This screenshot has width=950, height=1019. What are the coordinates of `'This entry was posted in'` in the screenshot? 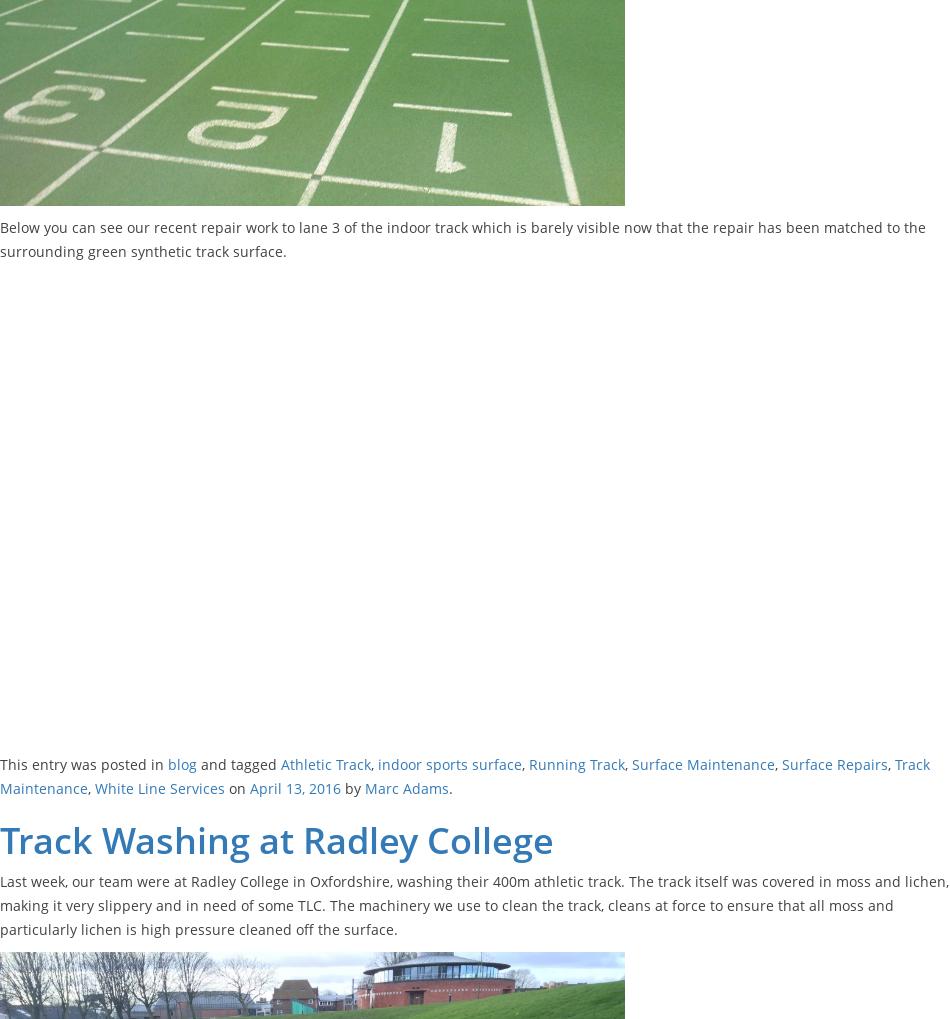 It's located at (83, 762).